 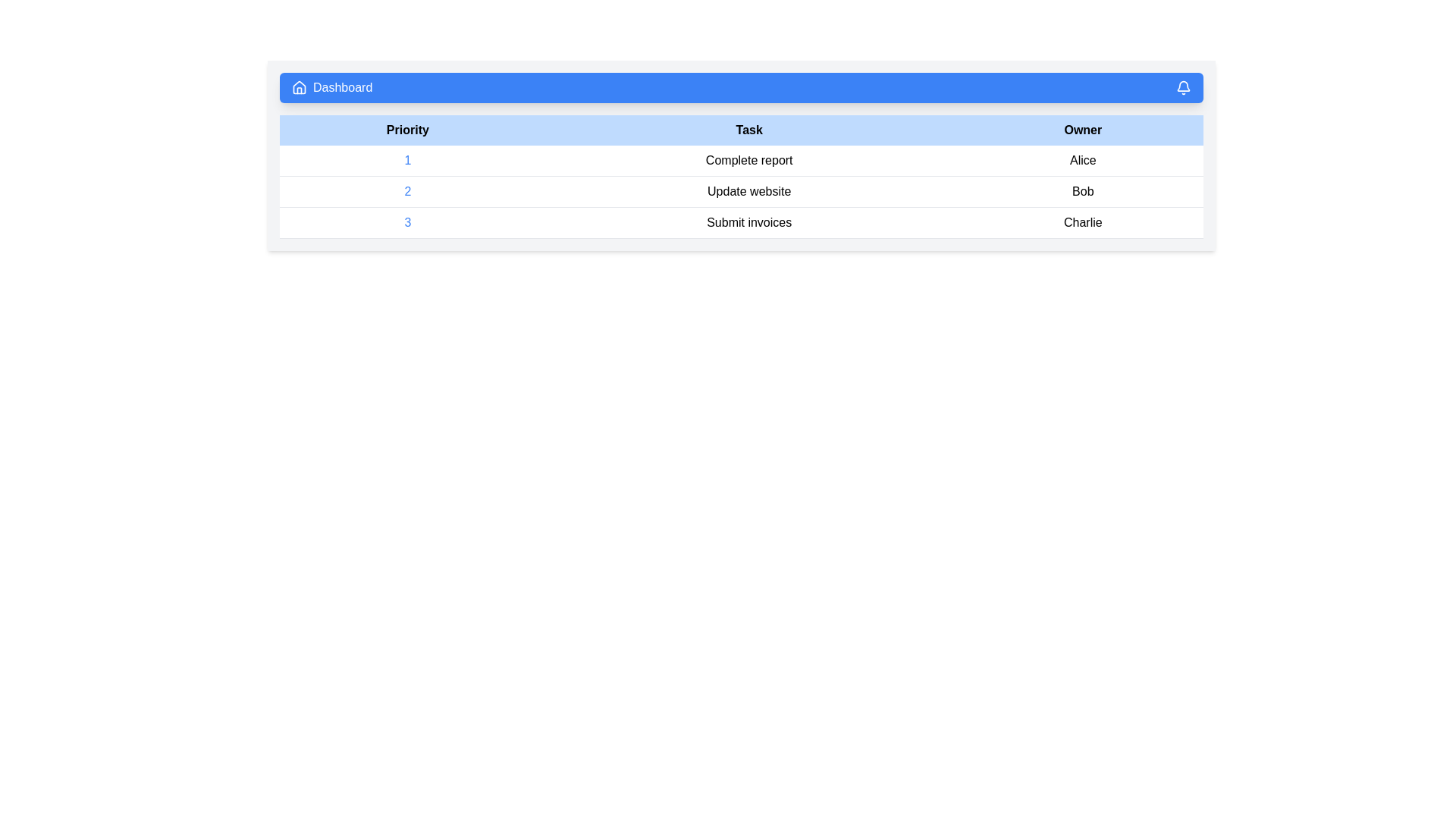 I want to click on the header row of the table that labels columns for 'Priority', 'Task', and 'Owner', so click(x=742, y=130).